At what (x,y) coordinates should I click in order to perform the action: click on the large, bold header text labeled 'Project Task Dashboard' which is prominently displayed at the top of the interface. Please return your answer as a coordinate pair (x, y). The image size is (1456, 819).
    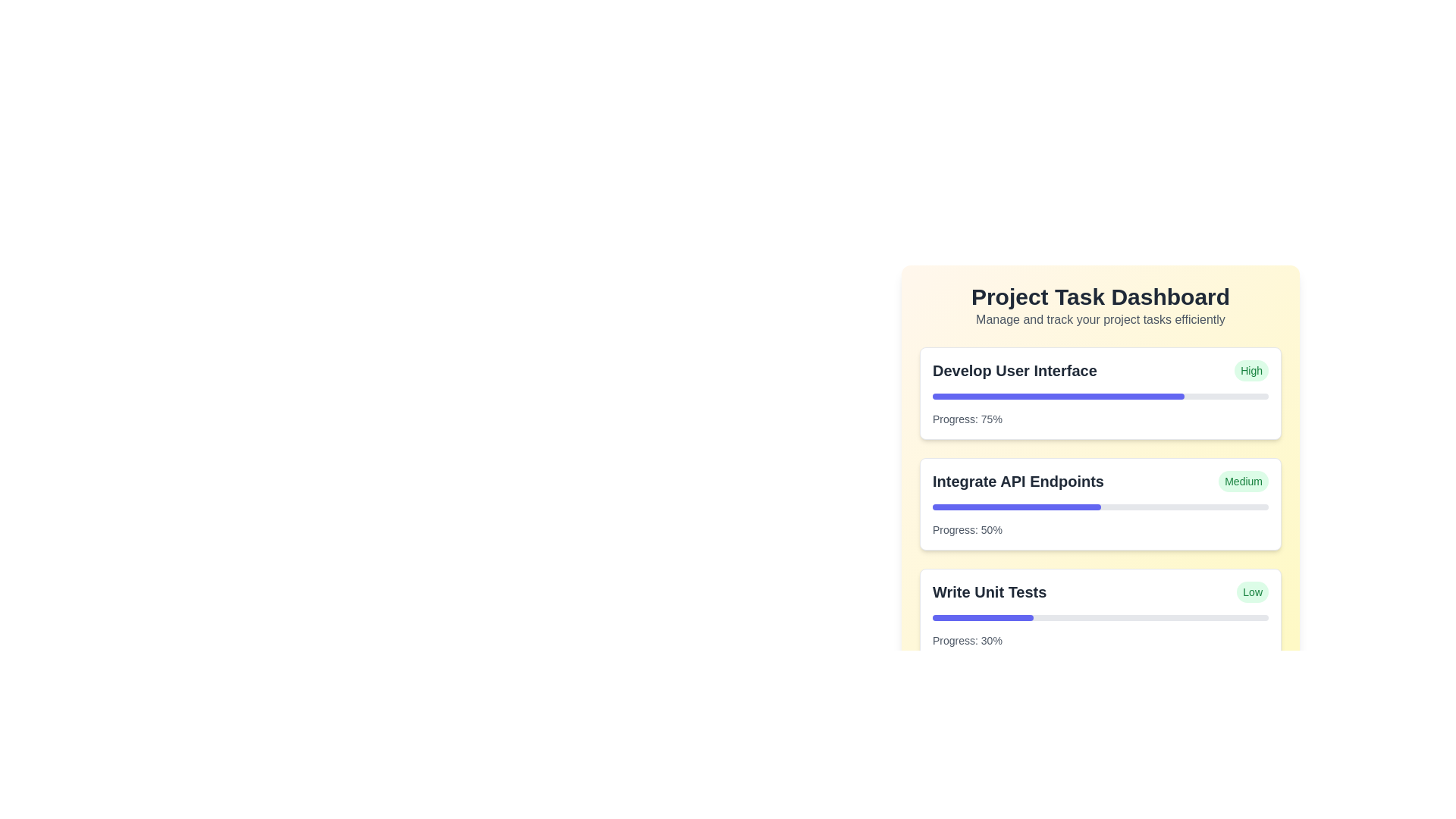
    Looking at the image, I should click on (1100, 297).